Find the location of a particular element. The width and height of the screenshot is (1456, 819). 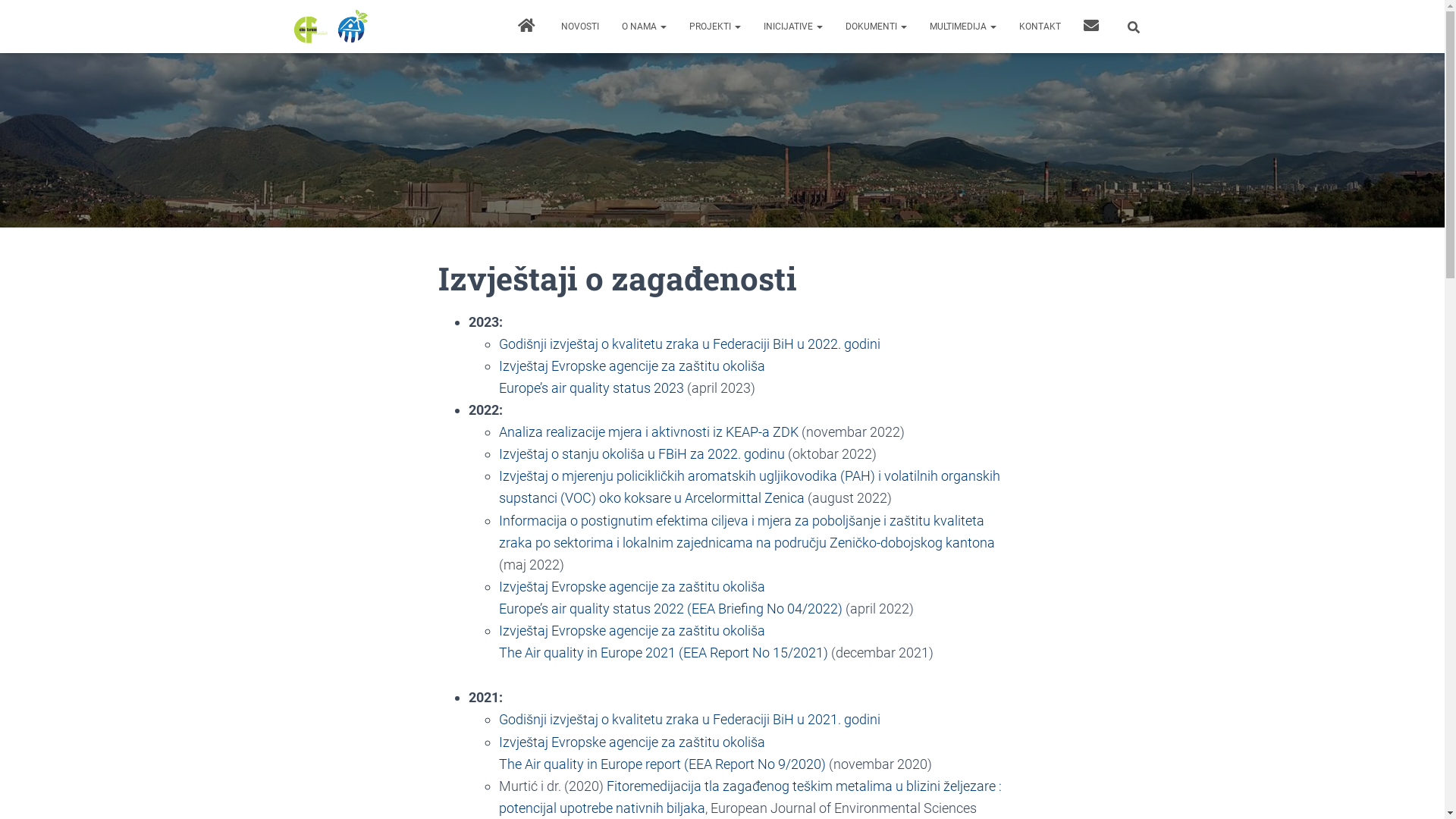

'MULTIMEDIJA' is located at coordinates (916, 26).